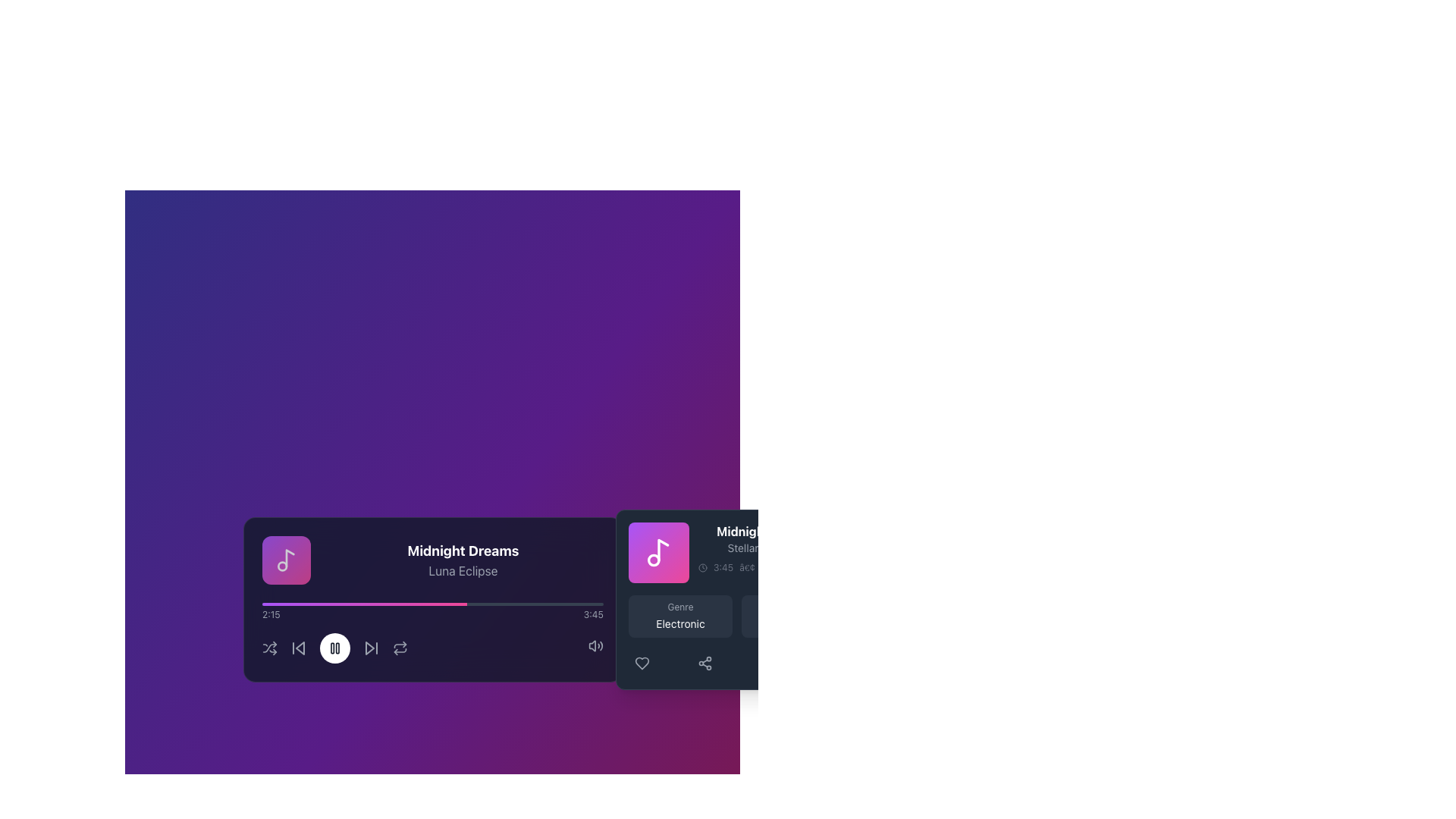  I want to click on the circular button with a white background and black pause icon, located at the center of the music control bar, so click(334, 648).